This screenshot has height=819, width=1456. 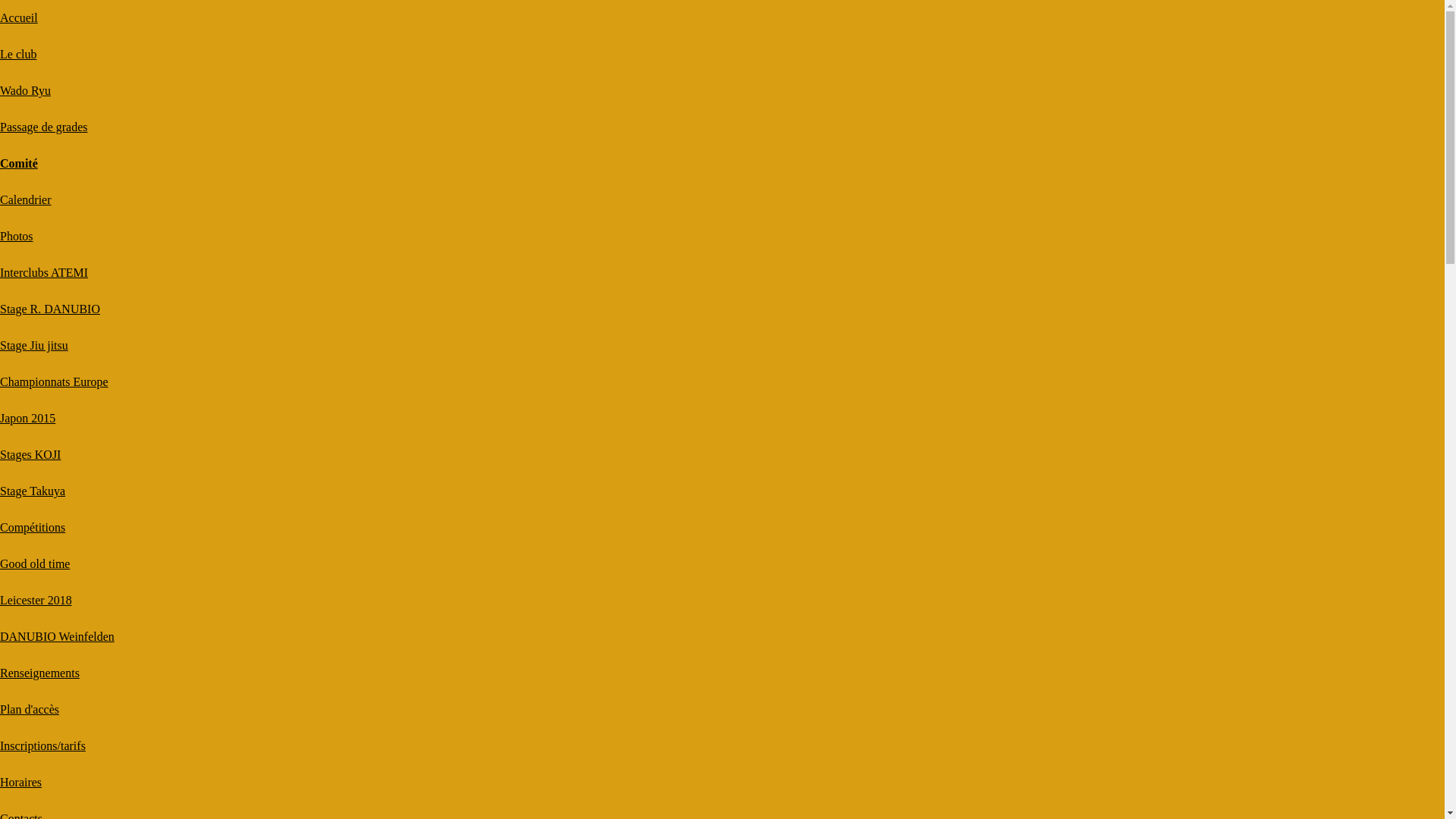 What do you see at coordinates (18, 17) in the screenshot?
I see `'Accueil'` at bounding box center [18, 17].